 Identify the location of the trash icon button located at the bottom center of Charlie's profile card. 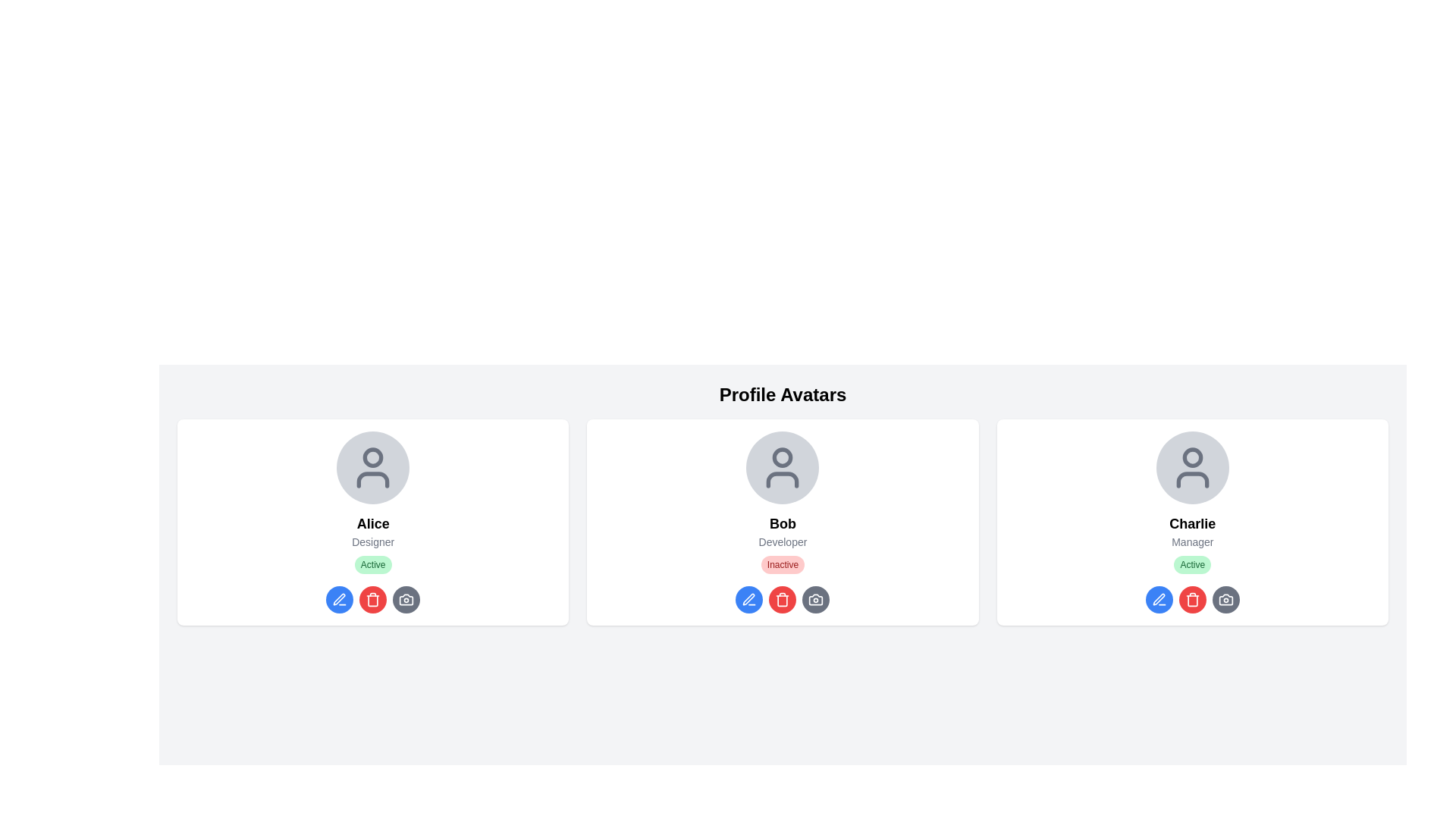
(1191, 598).